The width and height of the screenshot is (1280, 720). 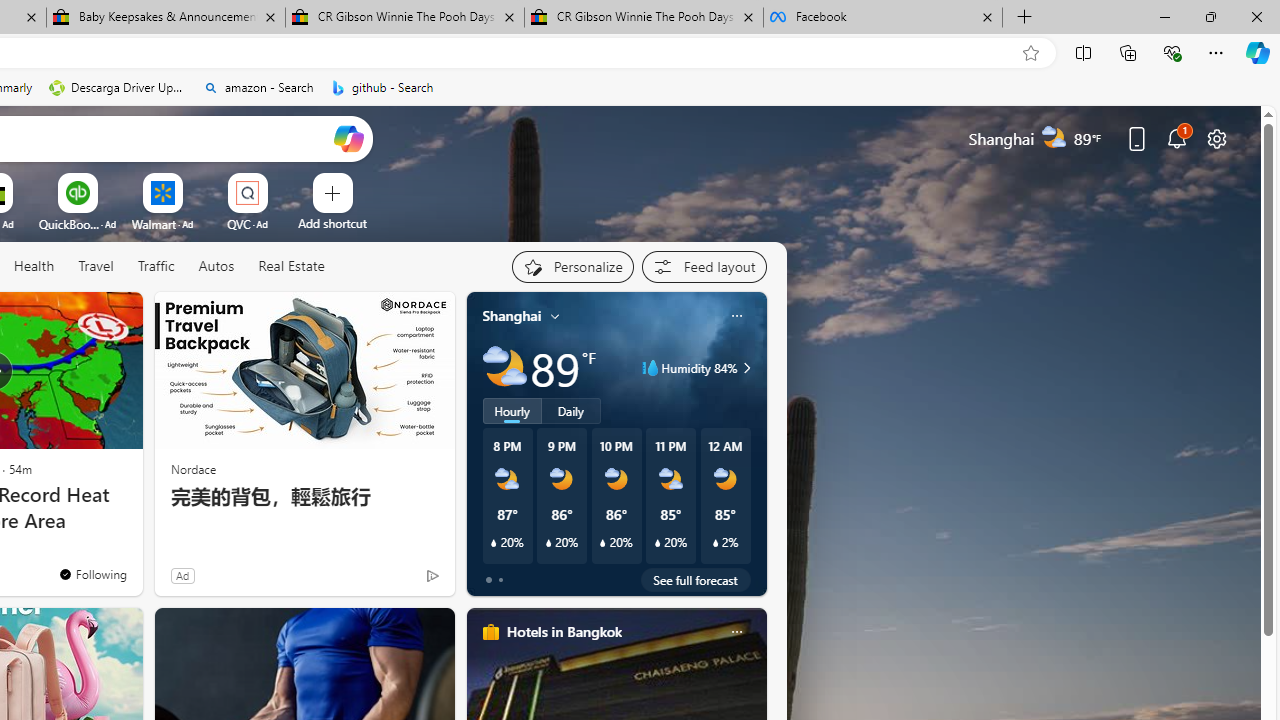 I want to click on 'Descarga Driver Updater', so click(x=117, y=87).